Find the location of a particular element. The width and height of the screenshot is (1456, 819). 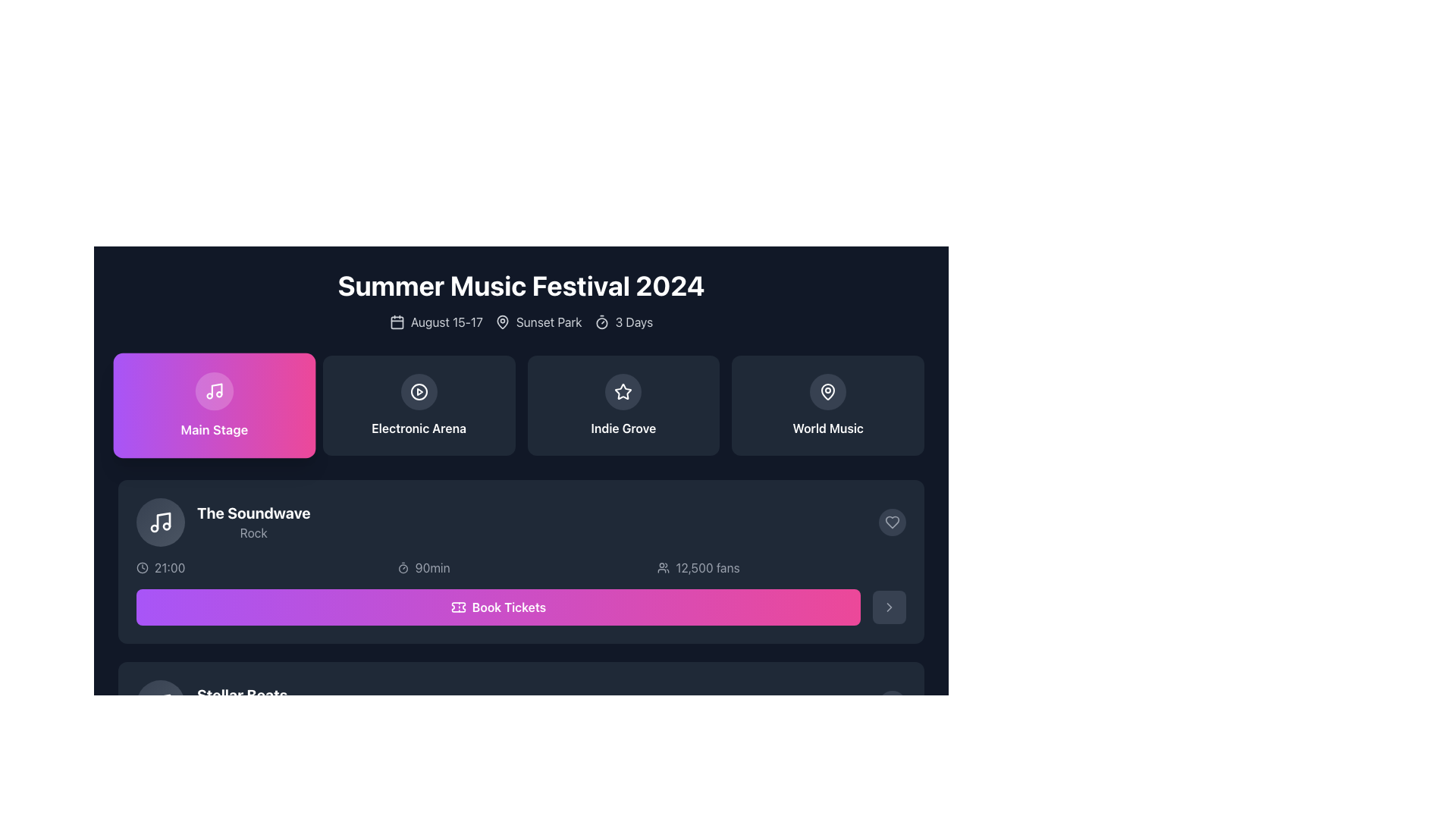

the small ticket icon located on the left side of the 'Book Tickets' button, which is centered at the bottom of the concert information segment is located at coordinates (457, 607).